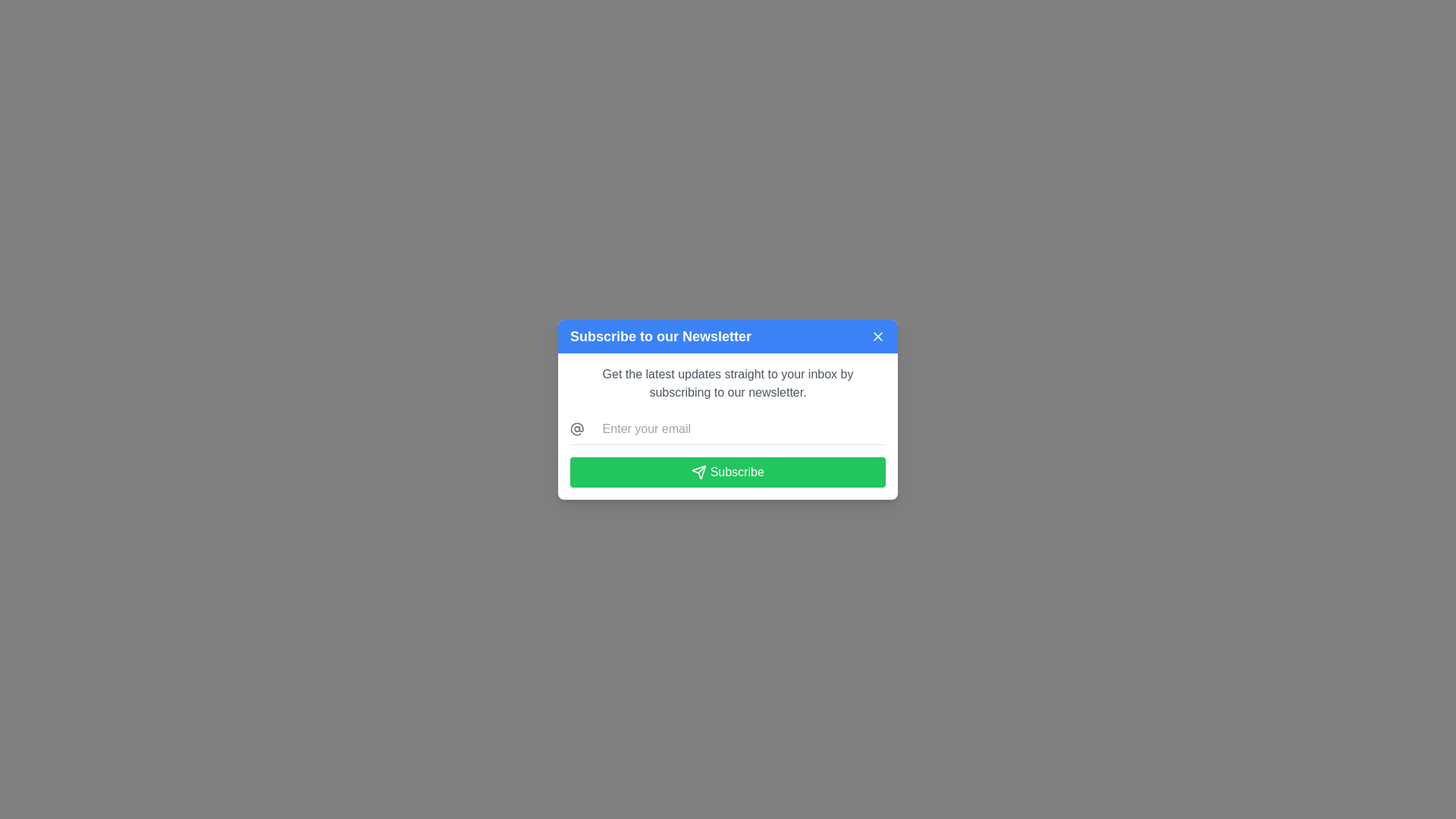  Describe the element at coordinates (728, 409) in the screenshot. I see `the email input field in the newsletter subscription modal to type an email address` at that location.